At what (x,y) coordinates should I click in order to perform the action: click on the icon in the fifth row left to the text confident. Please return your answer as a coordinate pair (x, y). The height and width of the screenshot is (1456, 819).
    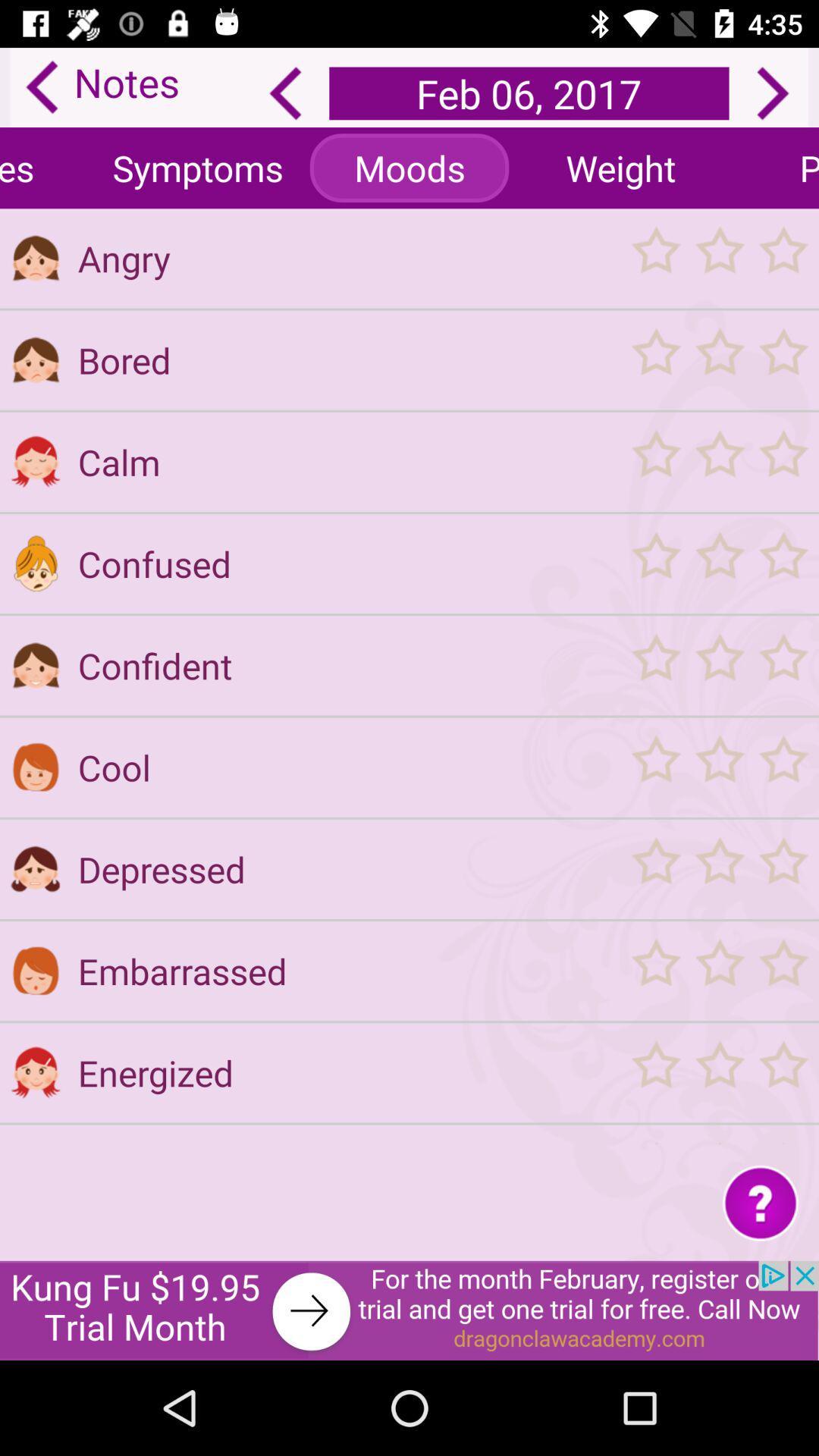
    Looking at the image, I should click on (34, 666).